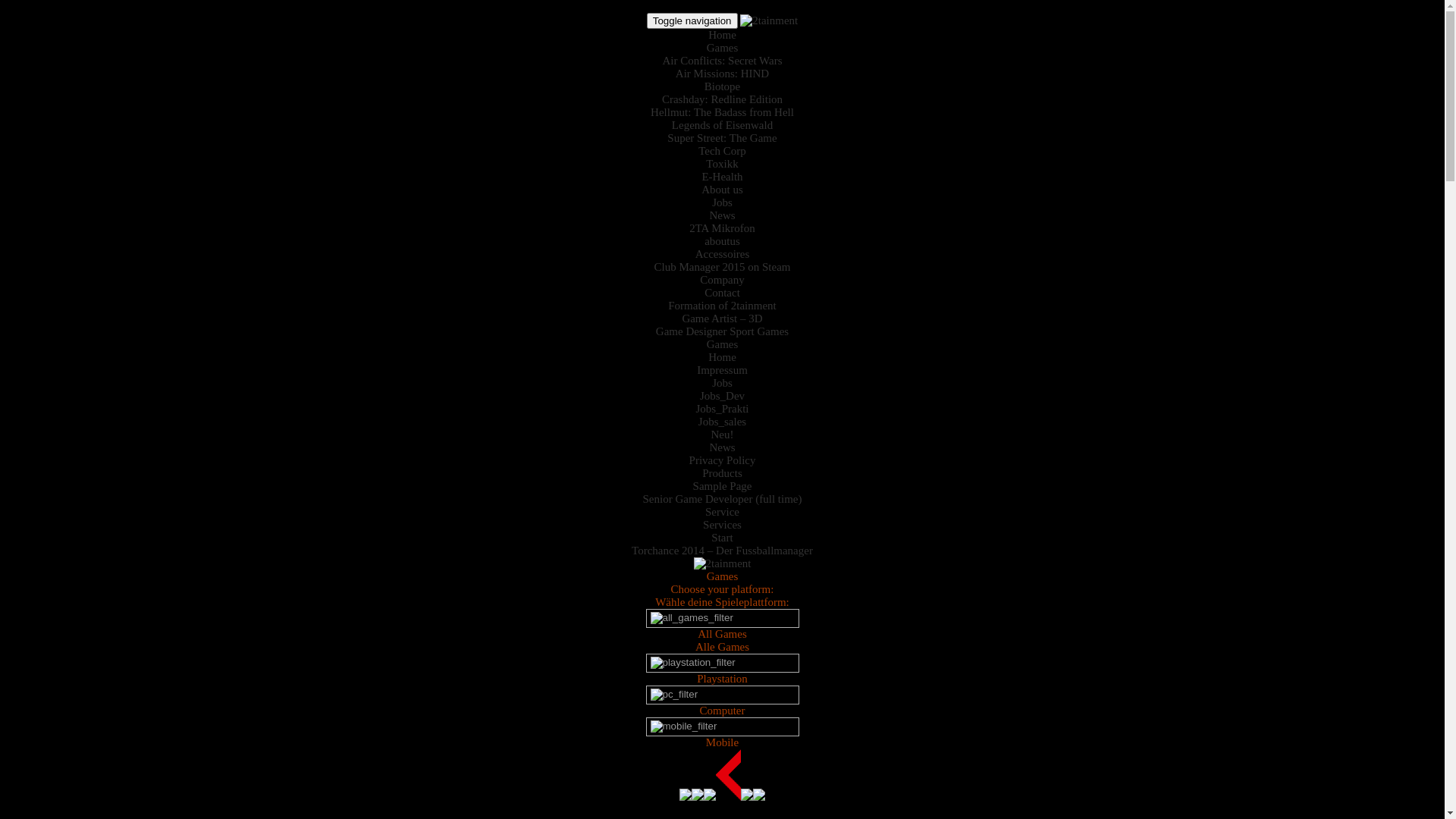 The width and height of the screenshot is (1456, 819). I want to click on 'News', so click(720, 215).